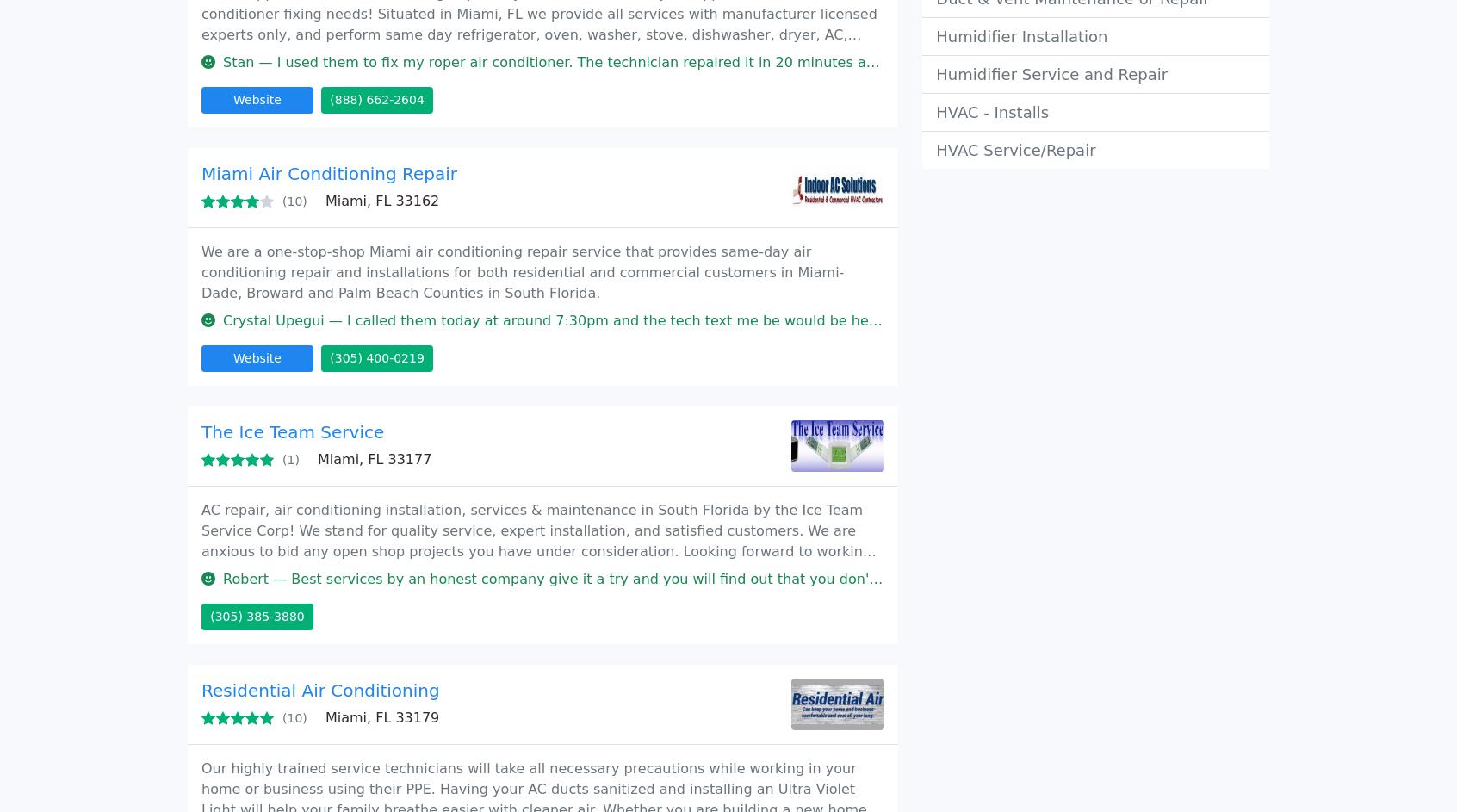 Image resolution: width=1457 pixels, height=812 pixels. I want to click on 'About us', so click(772, 85).